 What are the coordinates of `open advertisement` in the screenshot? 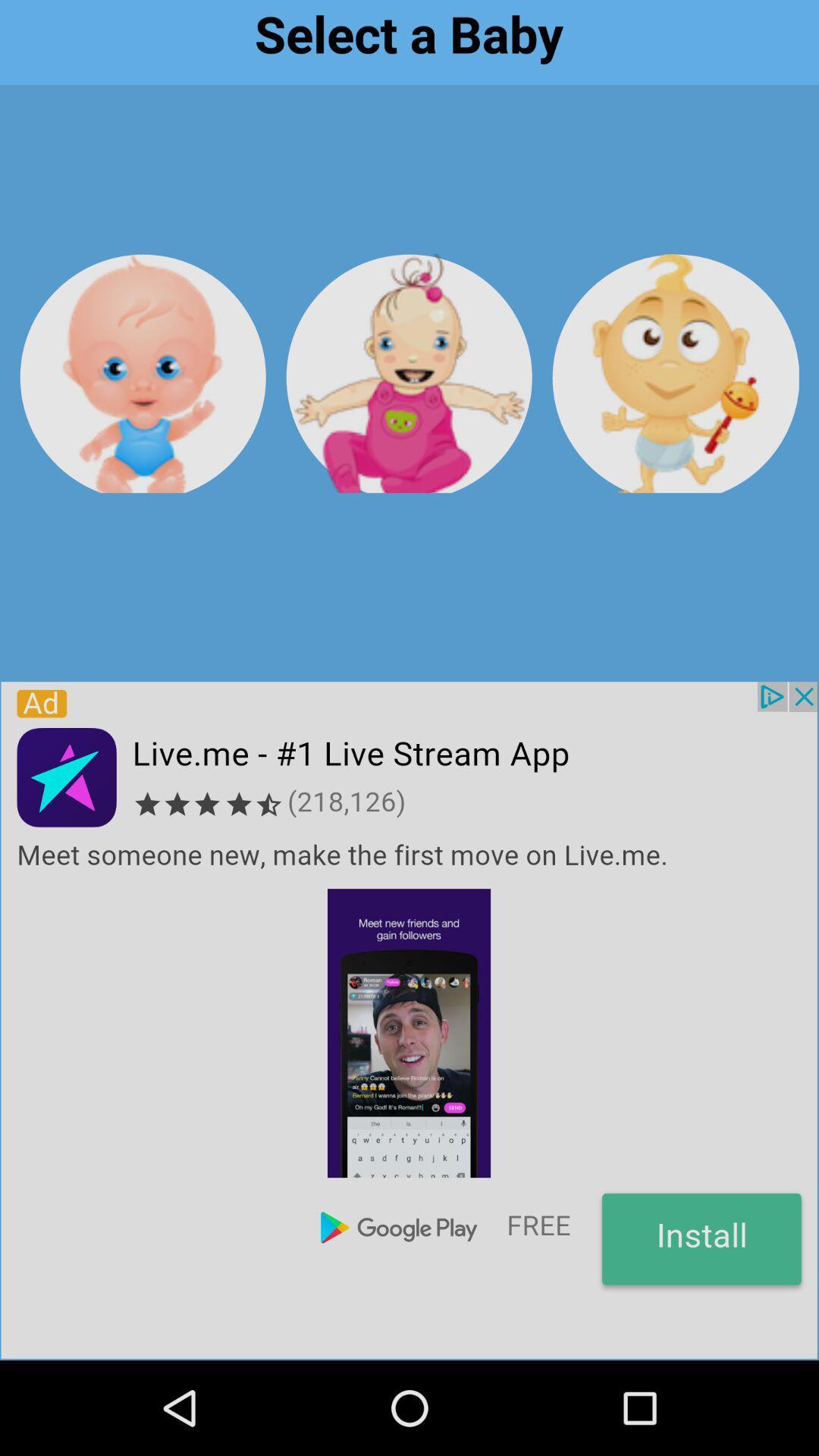 It's located at (408, 1020).